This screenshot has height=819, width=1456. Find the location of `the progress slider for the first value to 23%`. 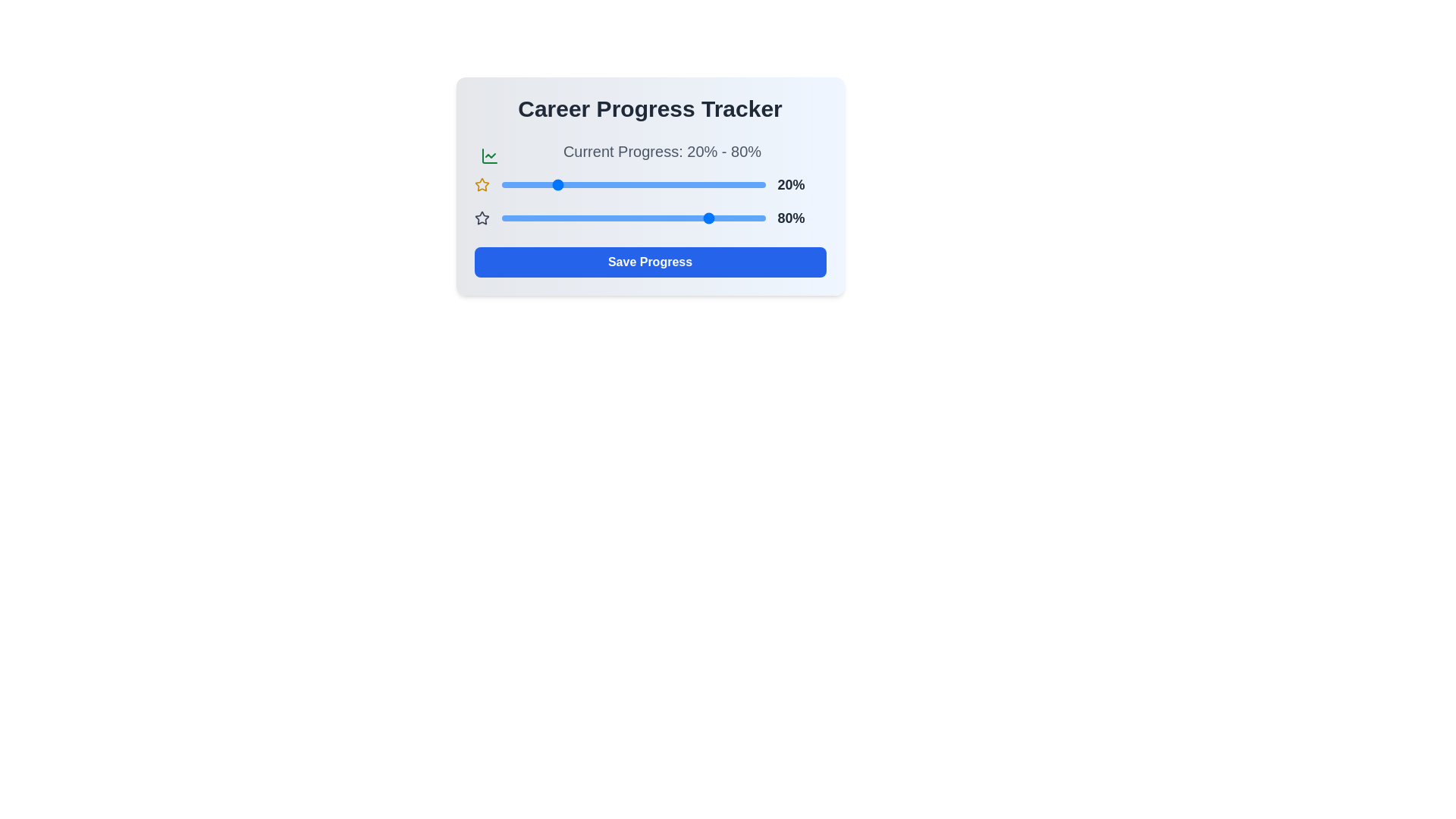

the progress slider for the first value to 23% is located at coordinates (561, 184).